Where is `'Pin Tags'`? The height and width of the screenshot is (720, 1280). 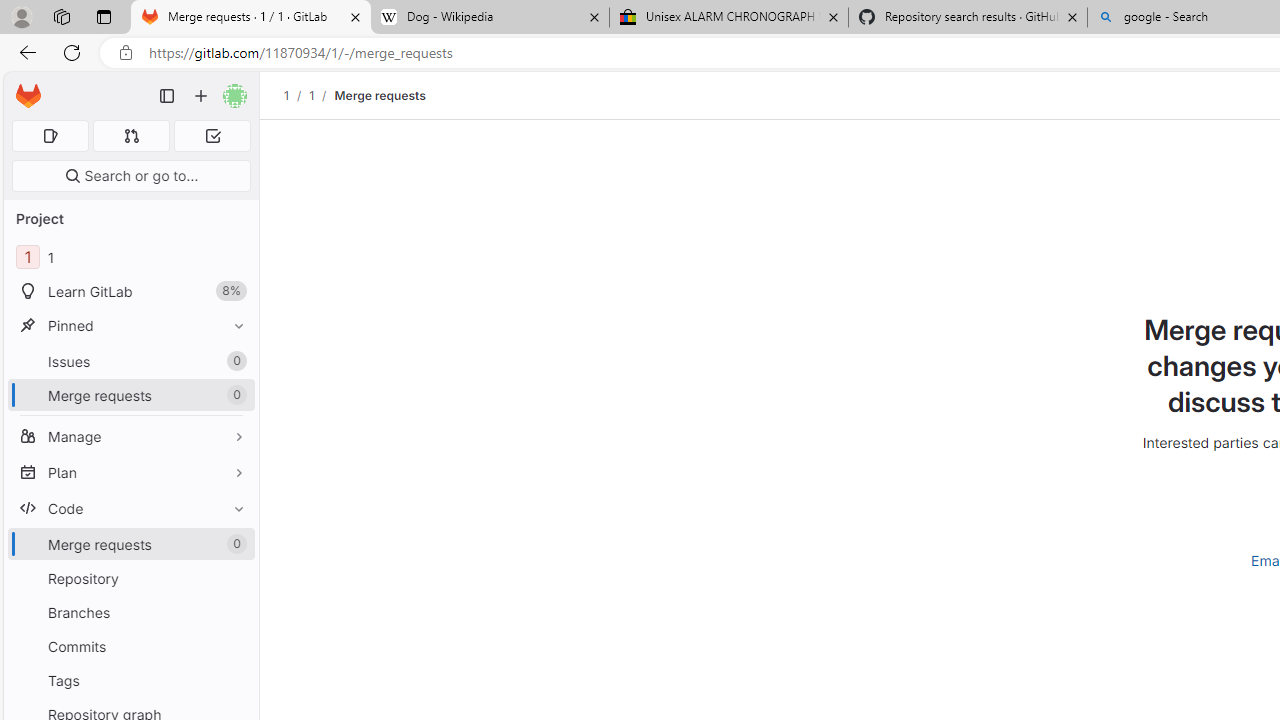 'Pin Tags' is located at coordinates (234, 679).